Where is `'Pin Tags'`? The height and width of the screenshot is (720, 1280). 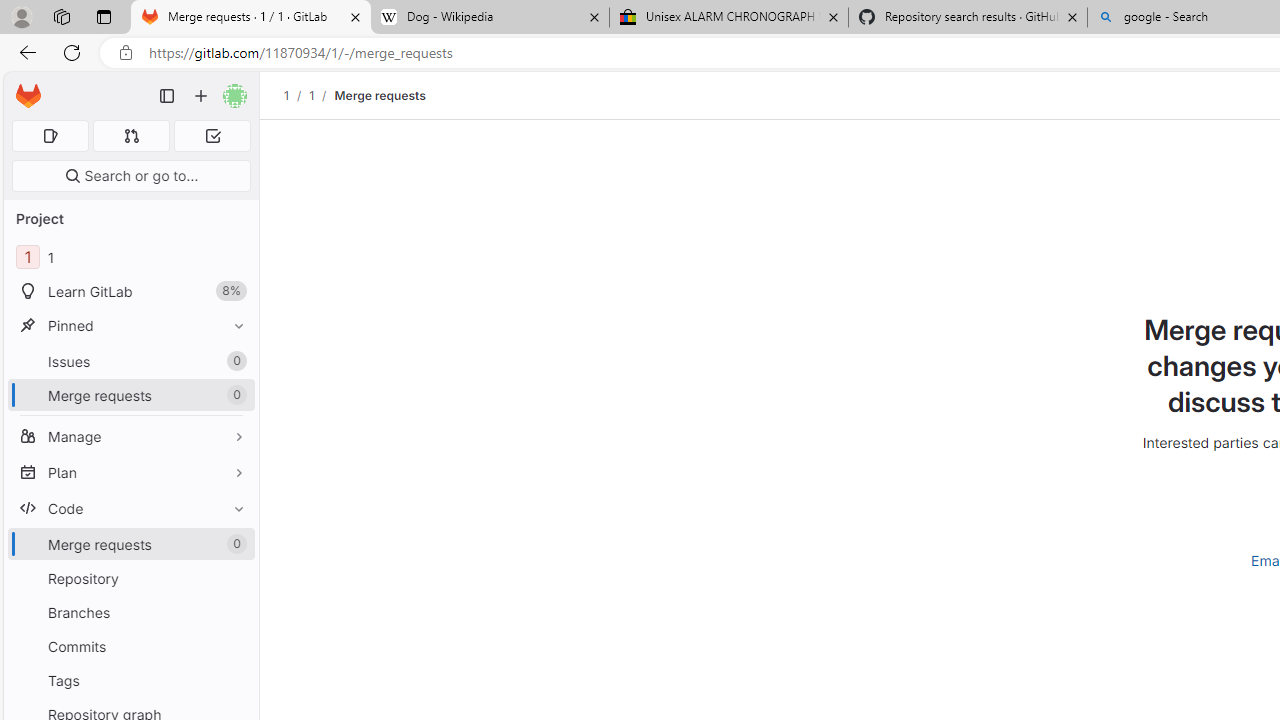 'Pin Tags' is located at coordinates (234, 679).